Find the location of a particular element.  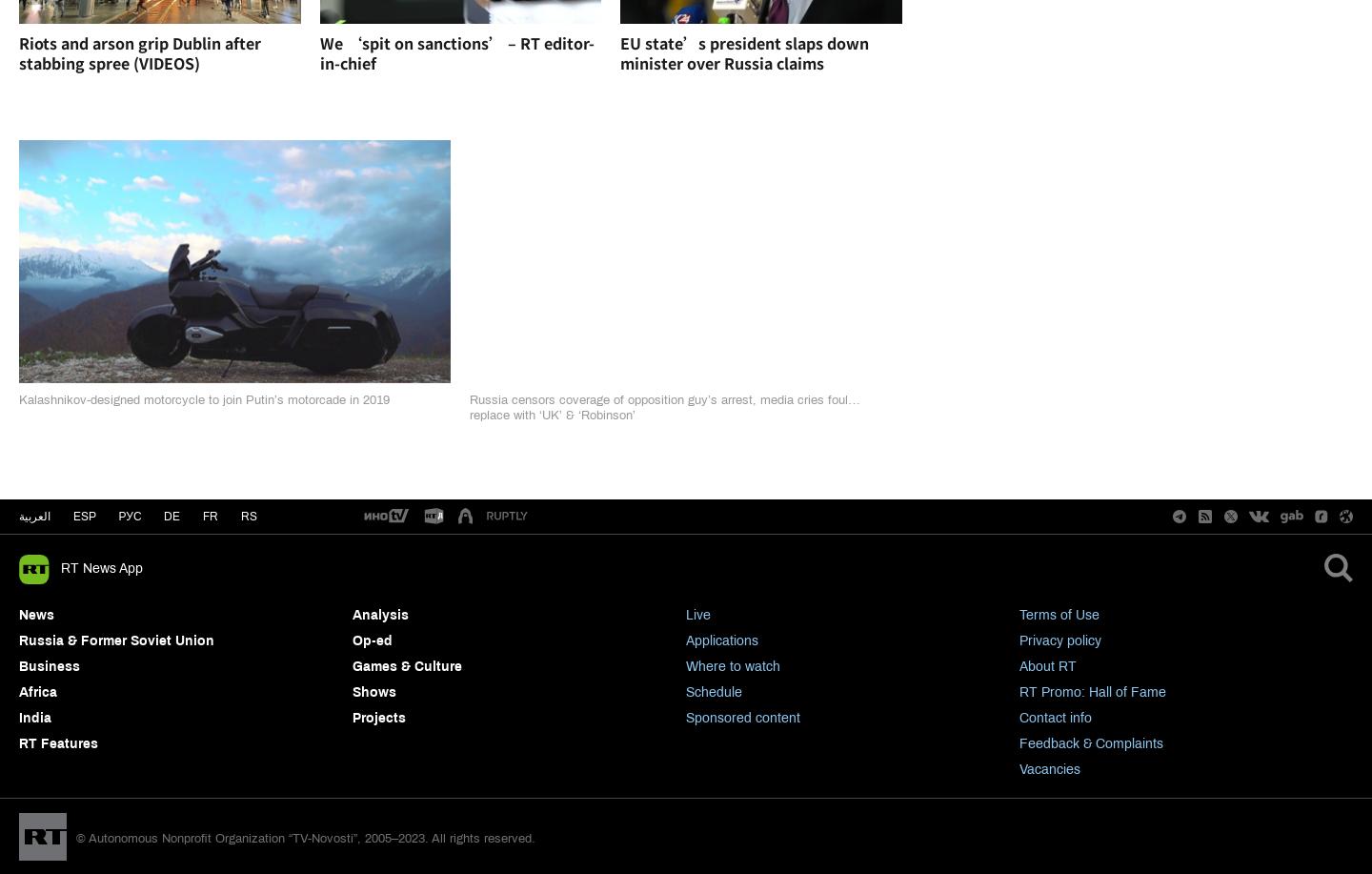

'© Autonomous Nonprofit Organization “TV-Novosti”, 2005–2023. All rights reserved.' is located at coordinates (305, 838).